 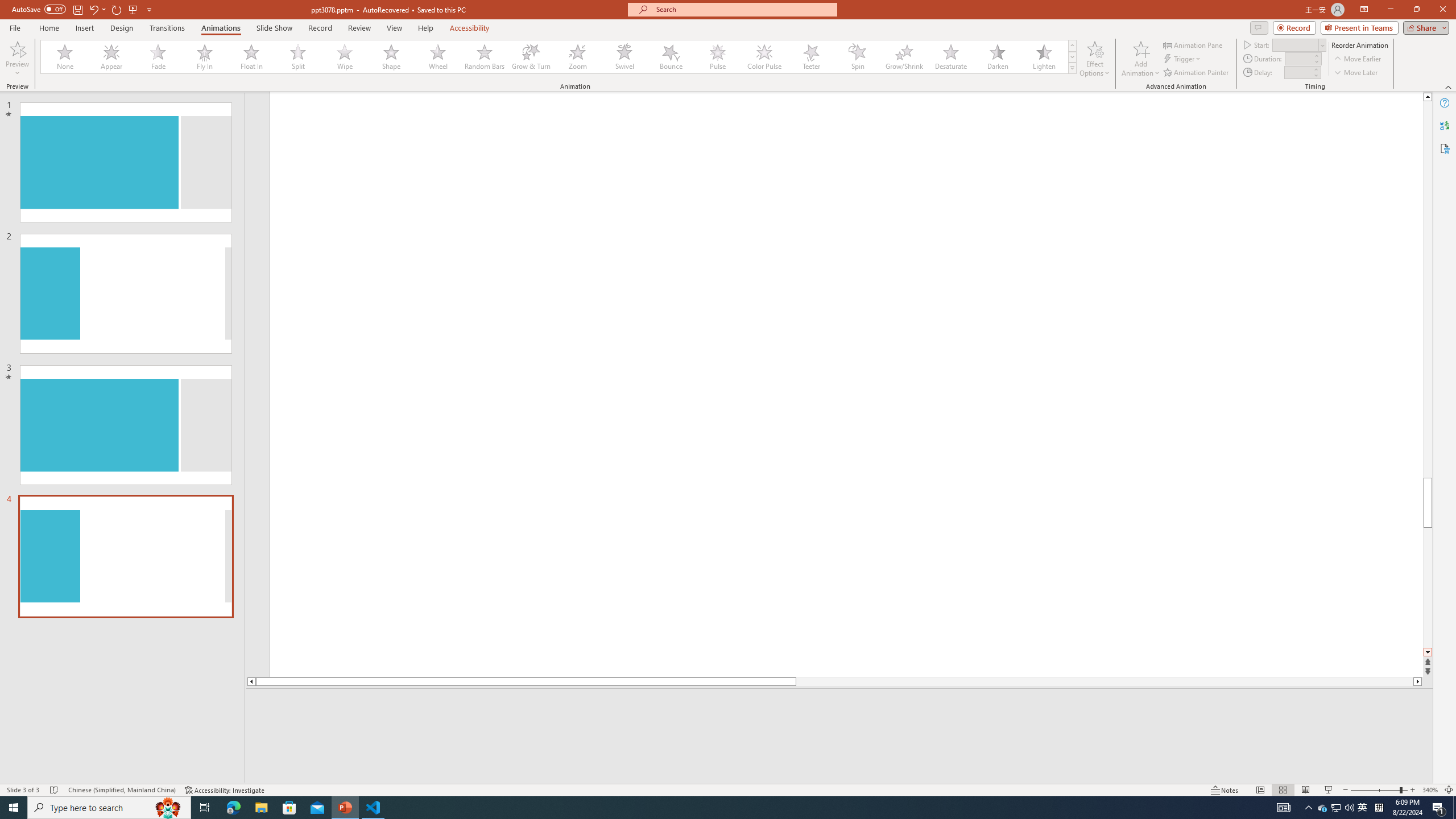 I want to click on 'Fly In', so click(x=204, y=56).